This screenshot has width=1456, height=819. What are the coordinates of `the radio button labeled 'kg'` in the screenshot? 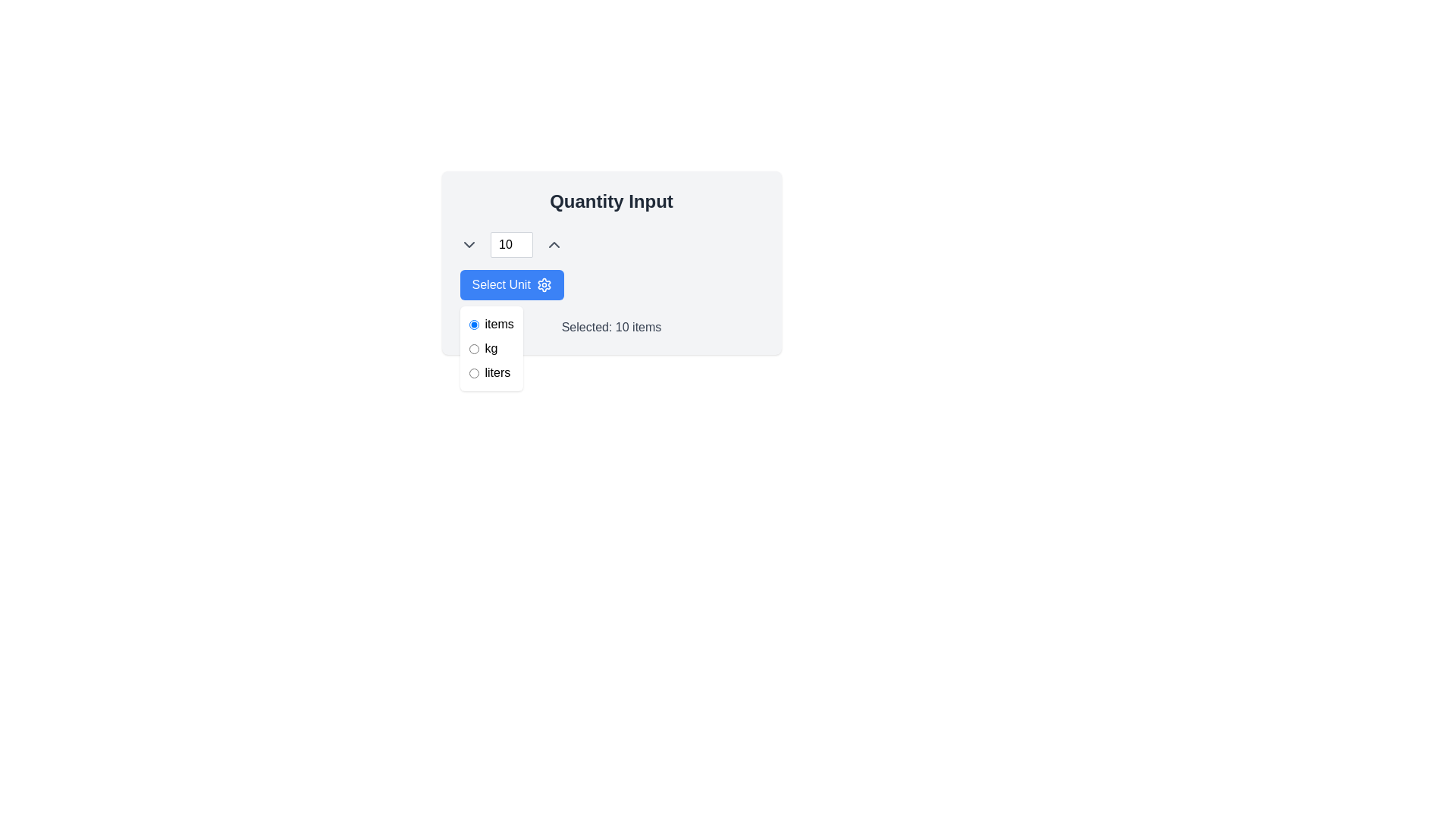 It's located at (491, 348).